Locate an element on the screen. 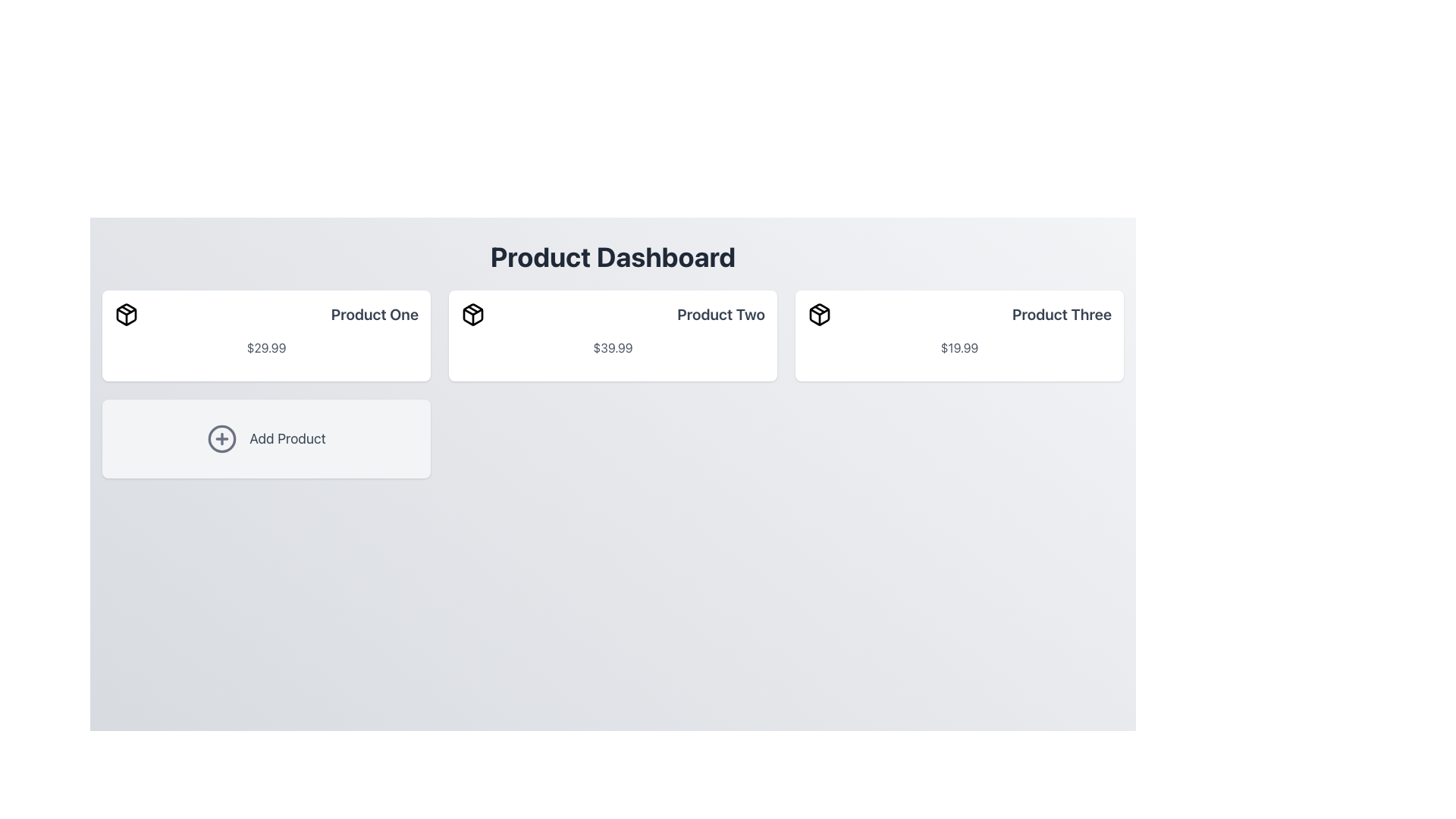  the icon representing the action of adding a new product, located at the leftmost part of the 'Add Product' button in the second row below the 'Product One' card is located at coordinates (221, 438).